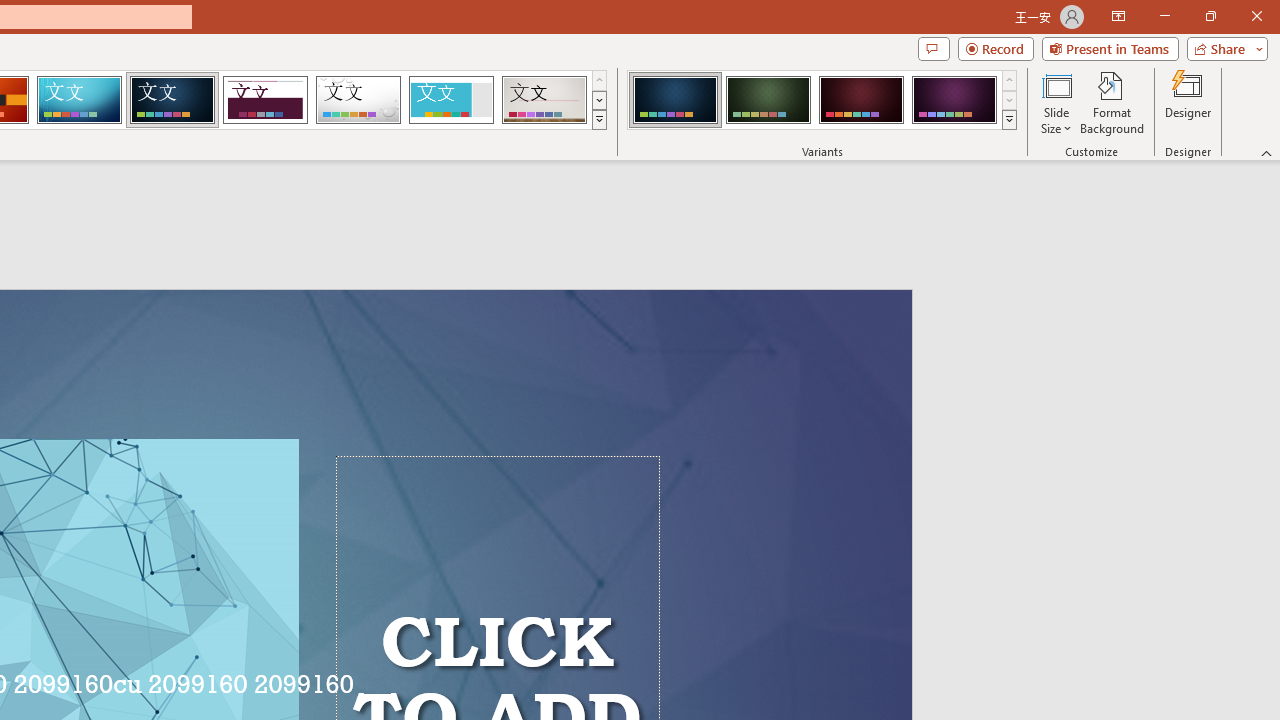 Image resolution: width=1280 pixels, height=720 pixels. Describe the element at coordinates (675, 100) in the screenshot. I see `'Damask Variant 1'` at that location.